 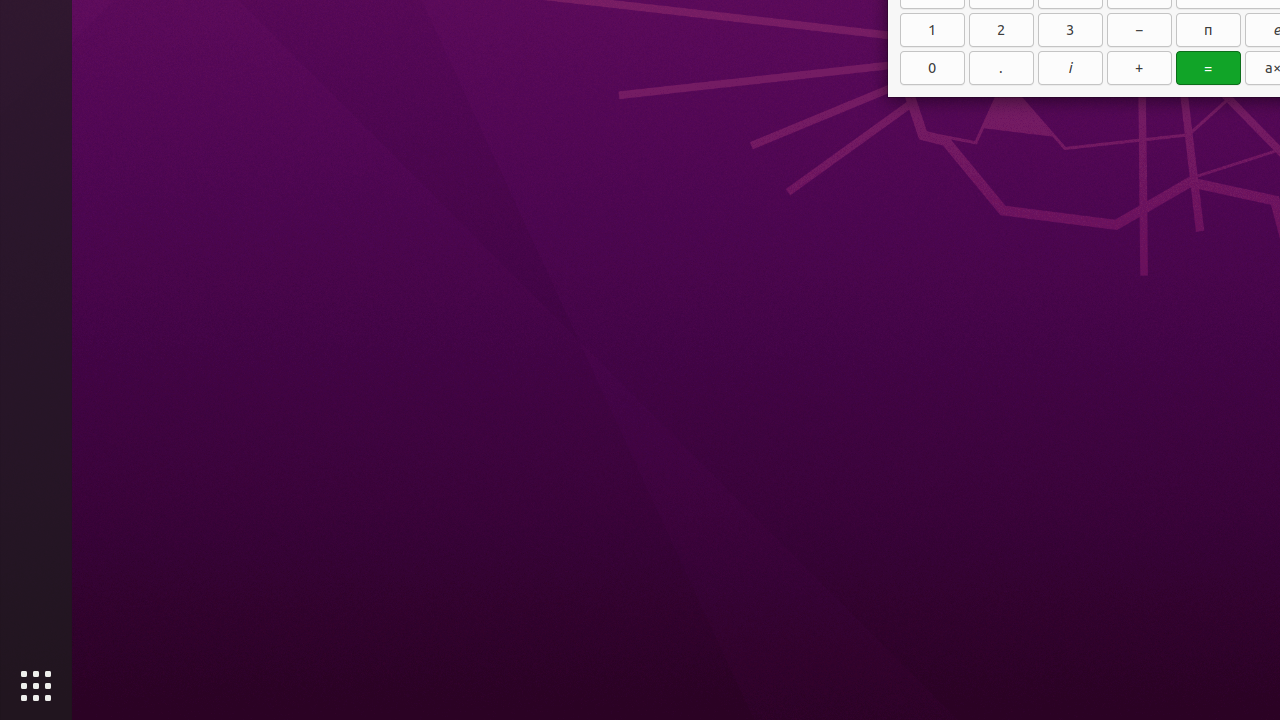 I want to click on '2', so click(x=1001, y=30).